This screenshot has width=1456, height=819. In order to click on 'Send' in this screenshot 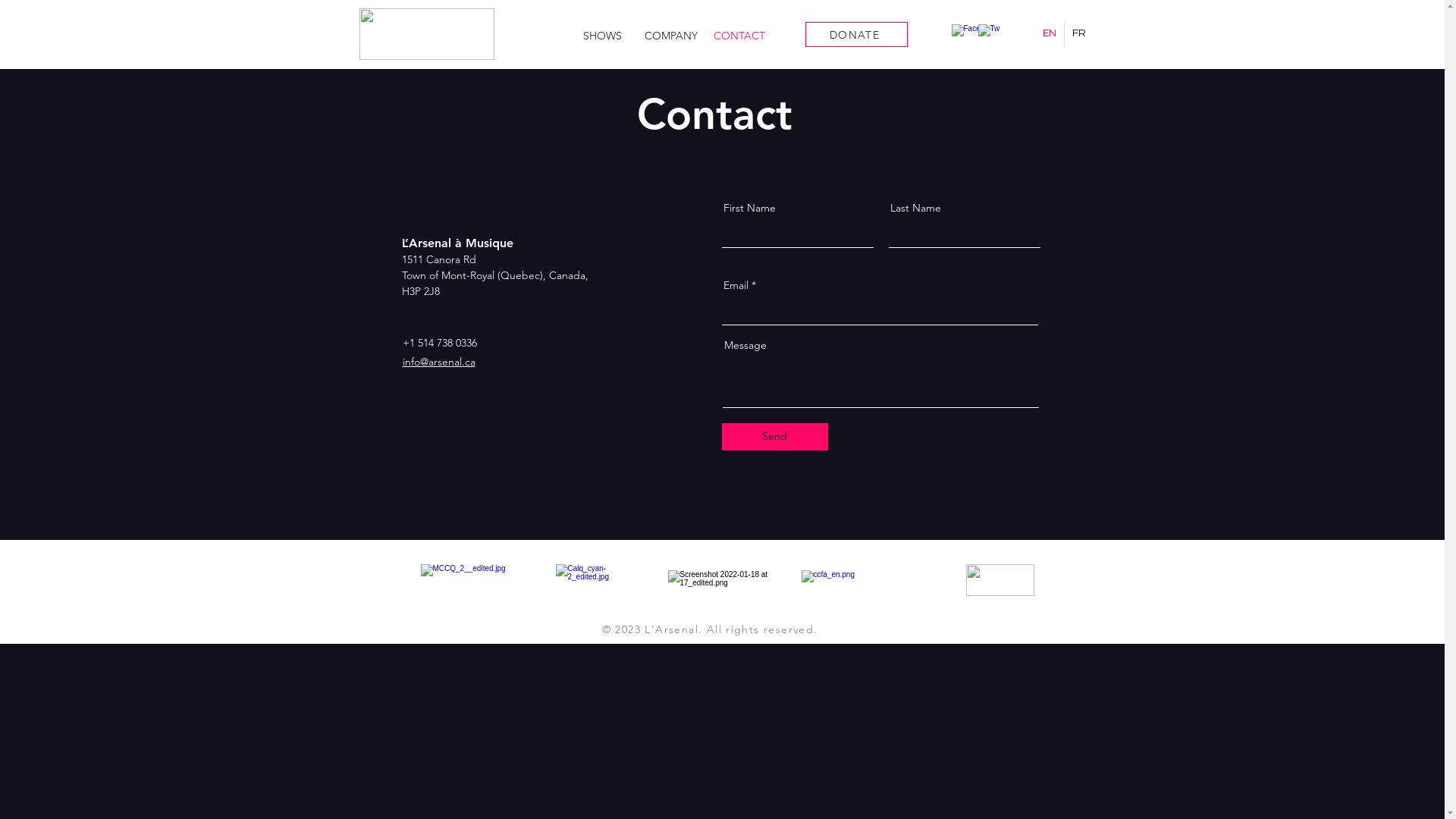, I will do `click(775, 436)`.